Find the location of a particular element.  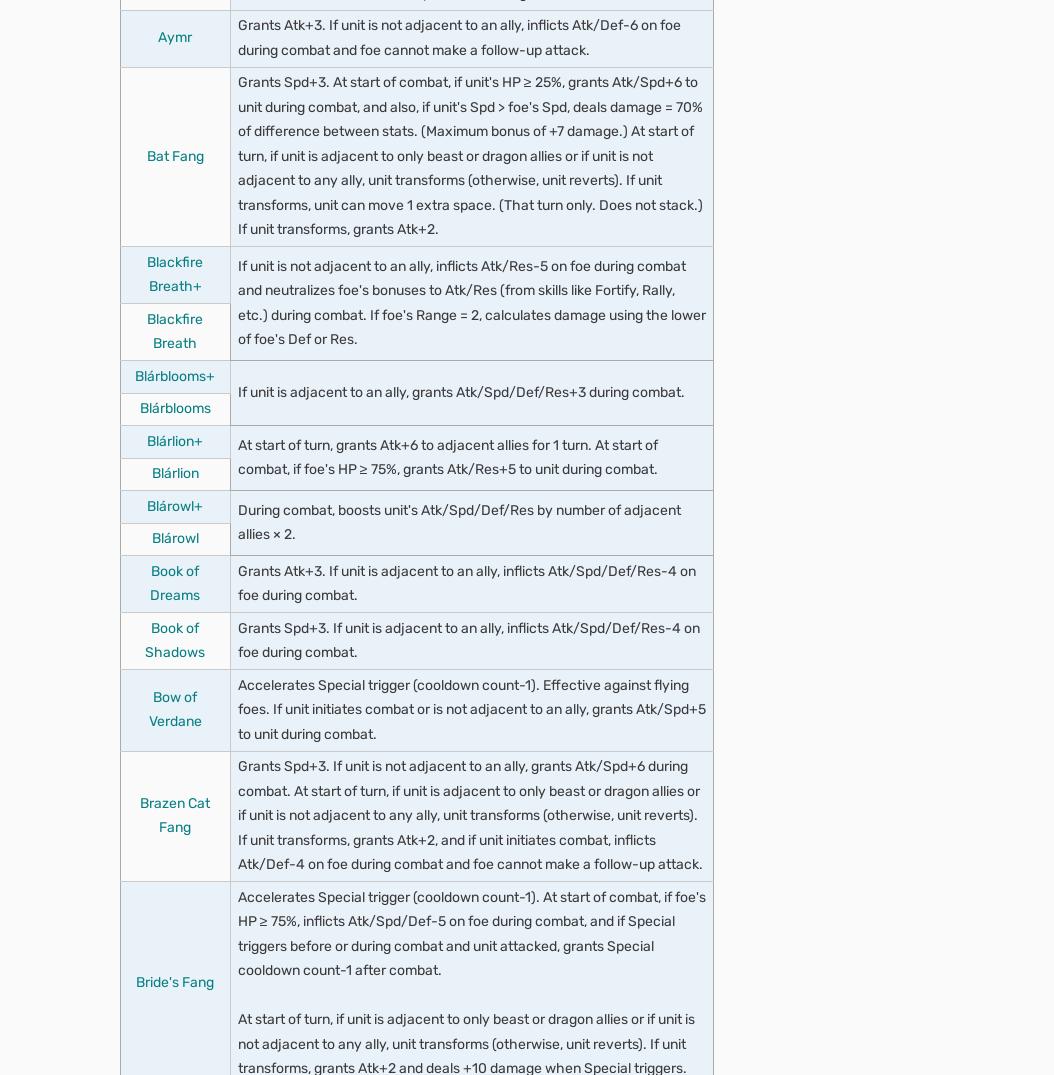

'At start of turn, if unit is not adjacent to an ally, grants Atk/Res+6 to unit for 1 turn.' is located at coordinates (260, 101).